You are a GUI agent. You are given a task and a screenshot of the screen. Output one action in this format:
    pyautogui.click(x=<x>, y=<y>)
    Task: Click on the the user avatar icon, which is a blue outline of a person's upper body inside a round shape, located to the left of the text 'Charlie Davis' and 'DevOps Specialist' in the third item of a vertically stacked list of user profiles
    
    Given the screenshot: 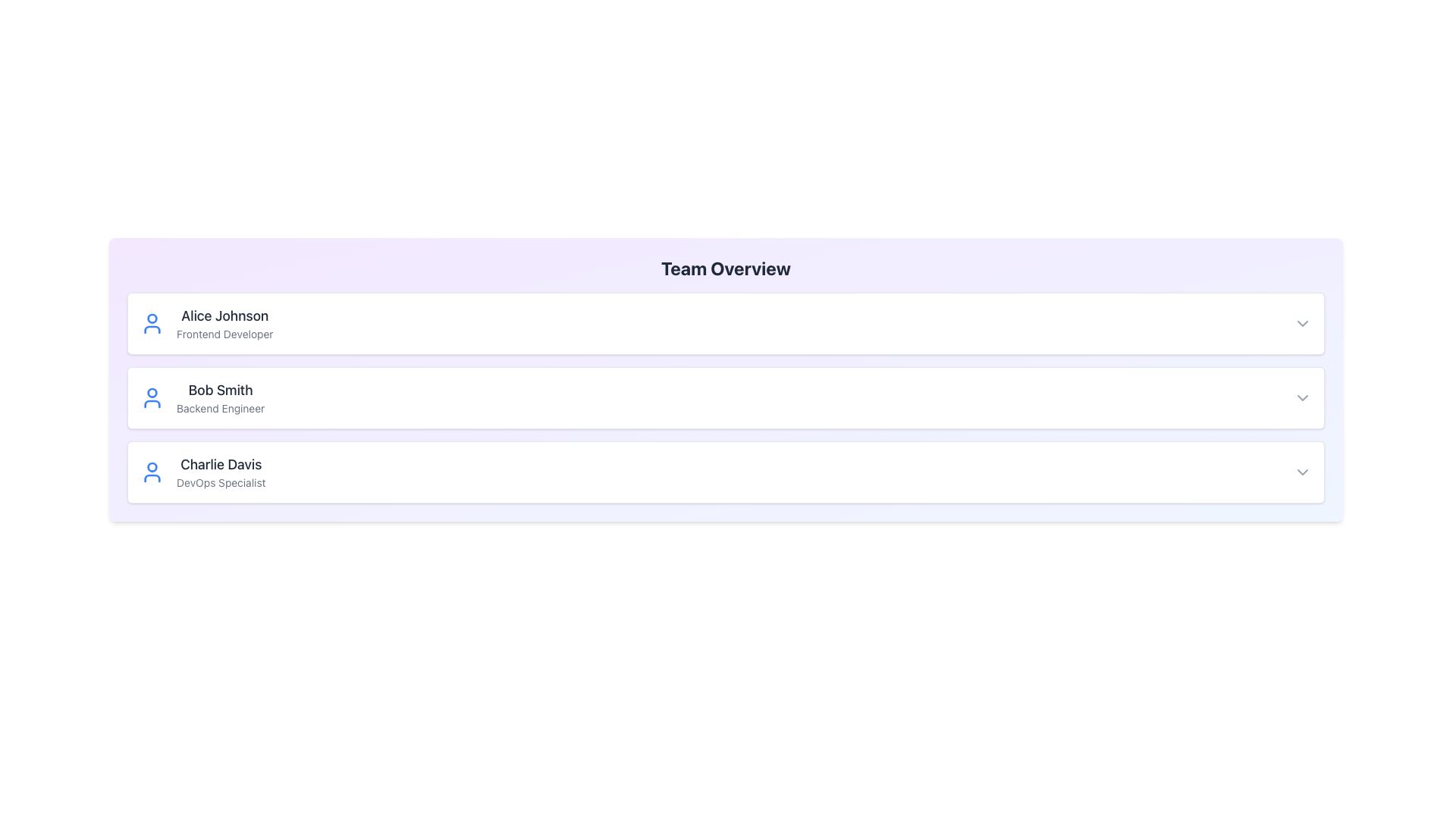 What is the action you would take?
    pyautogui.click(x=152, y=472)
    